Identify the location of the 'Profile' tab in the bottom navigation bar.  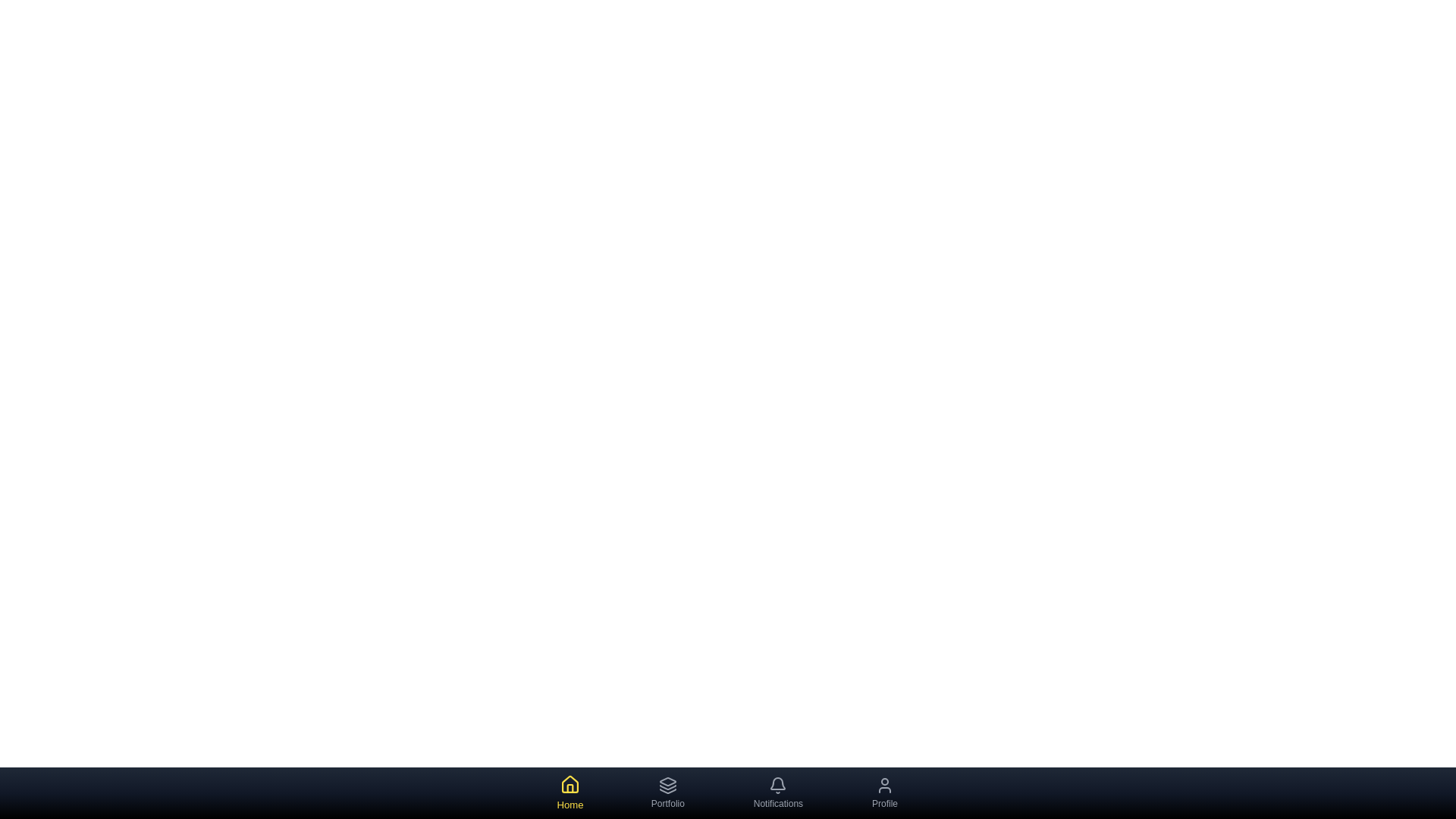
(884, 792).